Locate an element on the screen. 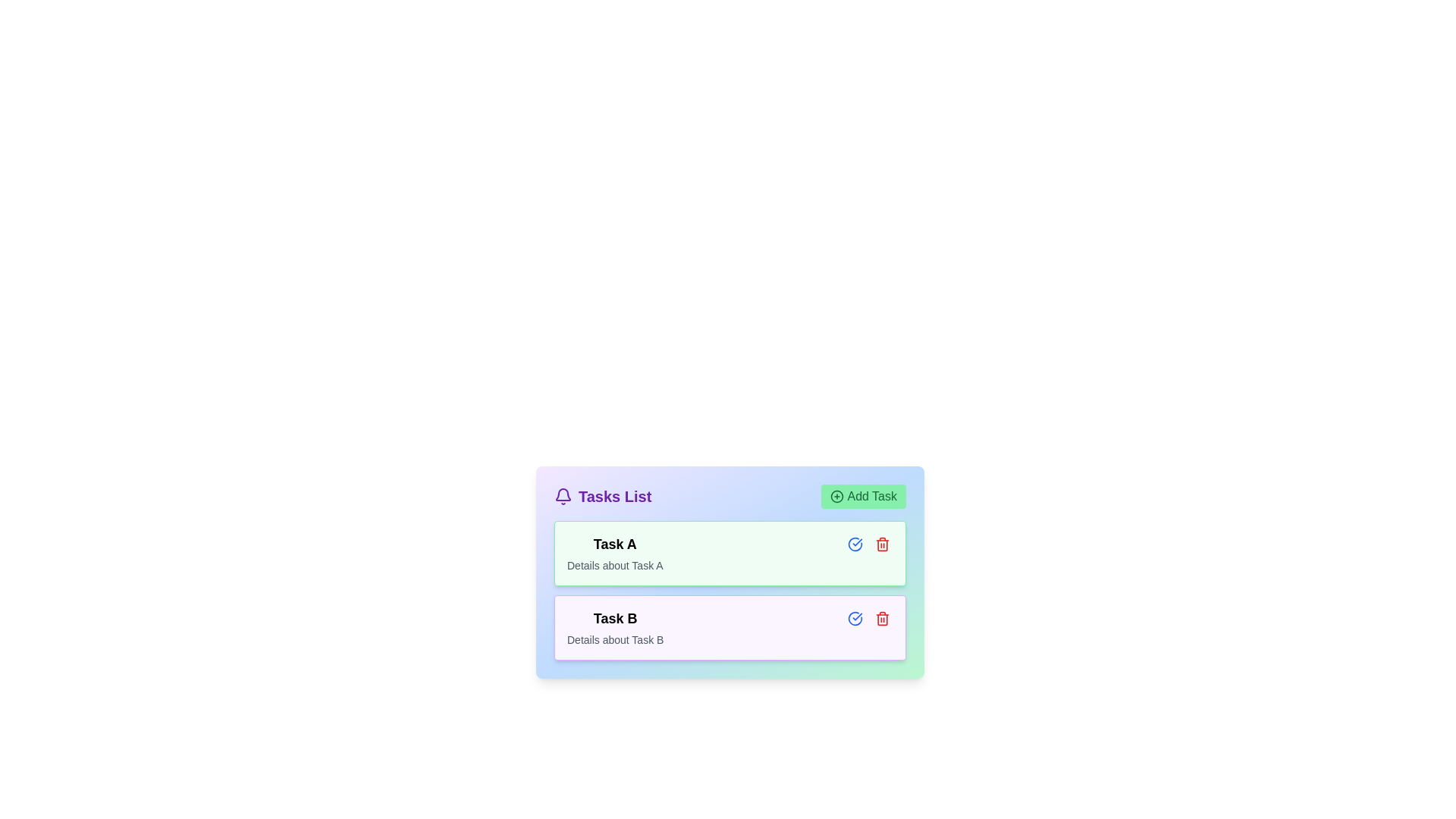  the primary title text label for a task item in the task listing interface, positioned above the 'Details about Task A' text element is located at coordinates (615, 543).